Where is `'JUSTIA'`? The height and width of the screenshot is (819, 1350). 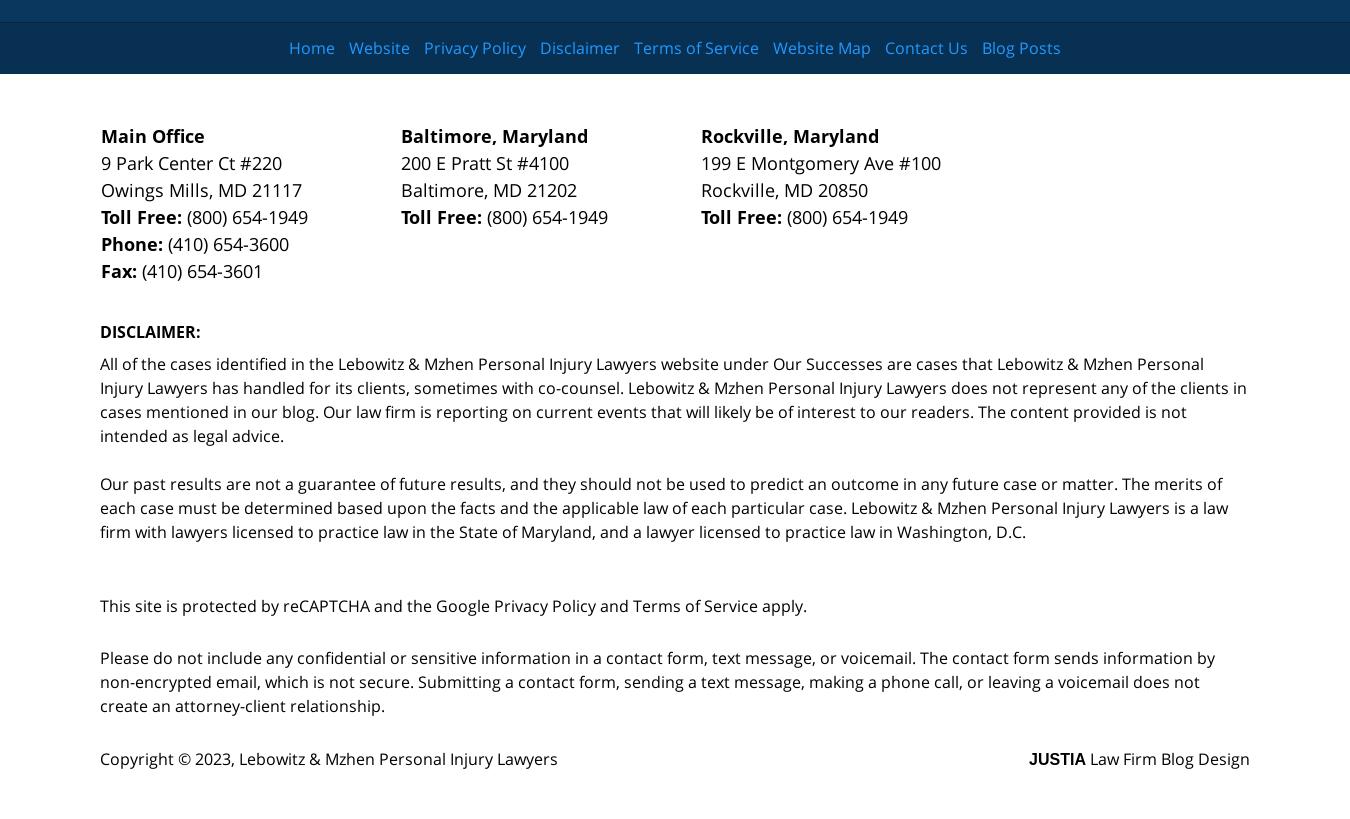
'JUSTIA' is located at coordinates (1028, 758).